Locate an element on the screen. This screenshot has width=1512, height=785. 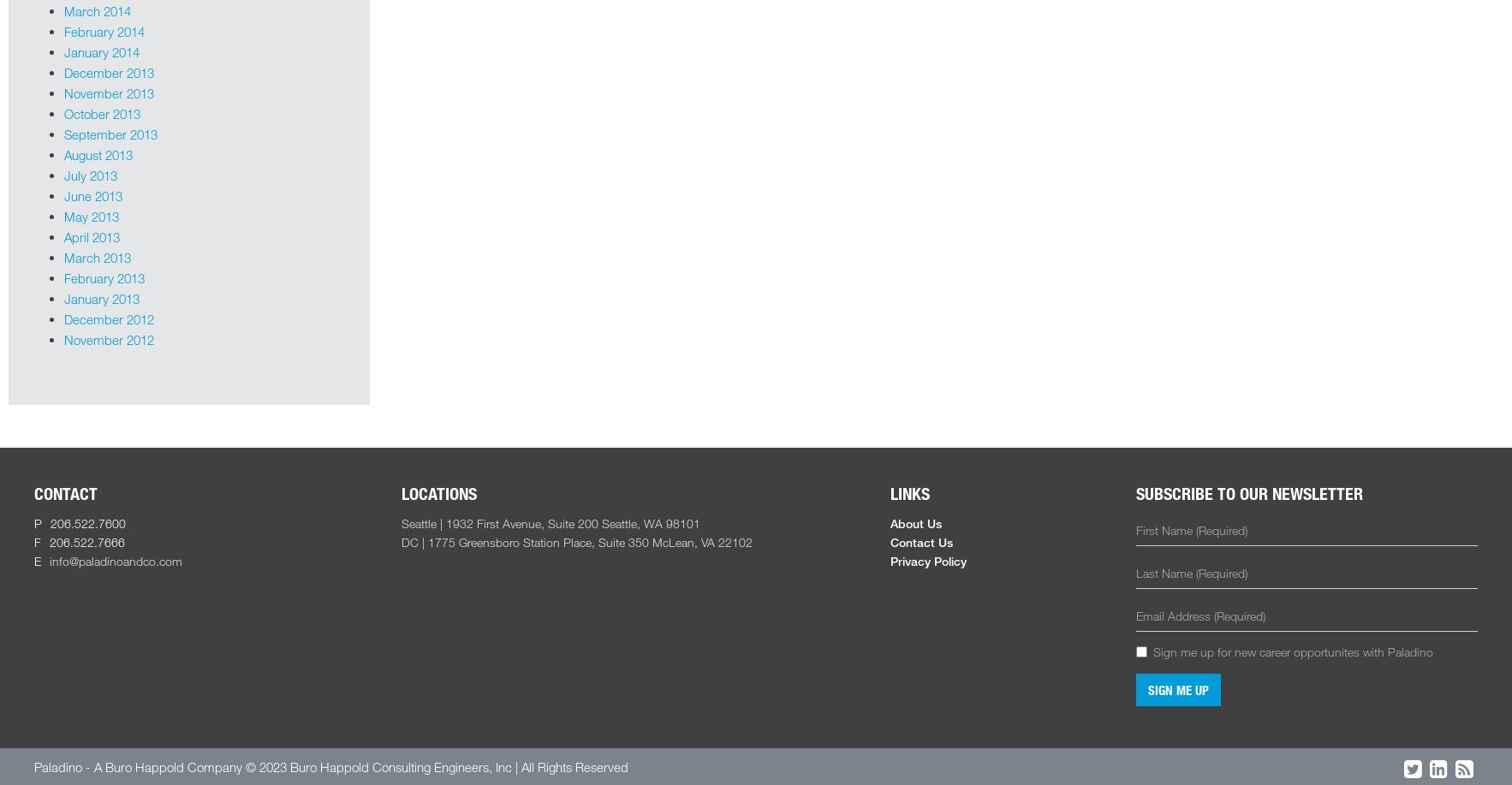
'Paladino -  A Buro Happold Company © 2023 Buro Happold Consulting Engineers, Inc | All Rights Reserved' is located at coordinates (330, 764).